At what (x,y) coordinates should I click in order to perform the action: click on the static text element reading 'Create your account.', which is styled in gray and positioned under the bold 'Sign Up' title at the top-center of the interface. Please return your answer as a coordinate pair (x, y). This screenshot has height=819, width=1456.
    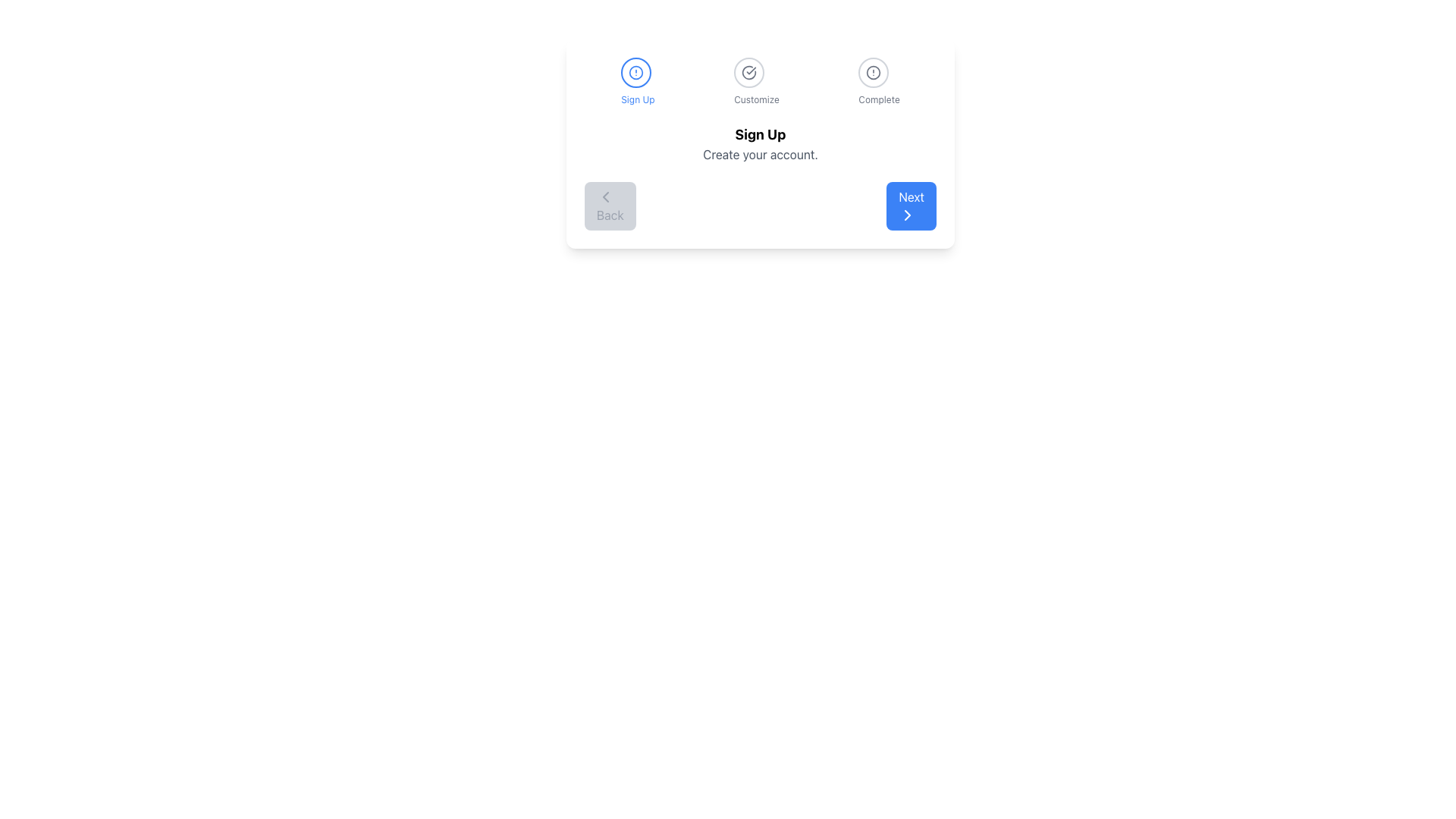
    Looking at the image, I should click on (761, 155).